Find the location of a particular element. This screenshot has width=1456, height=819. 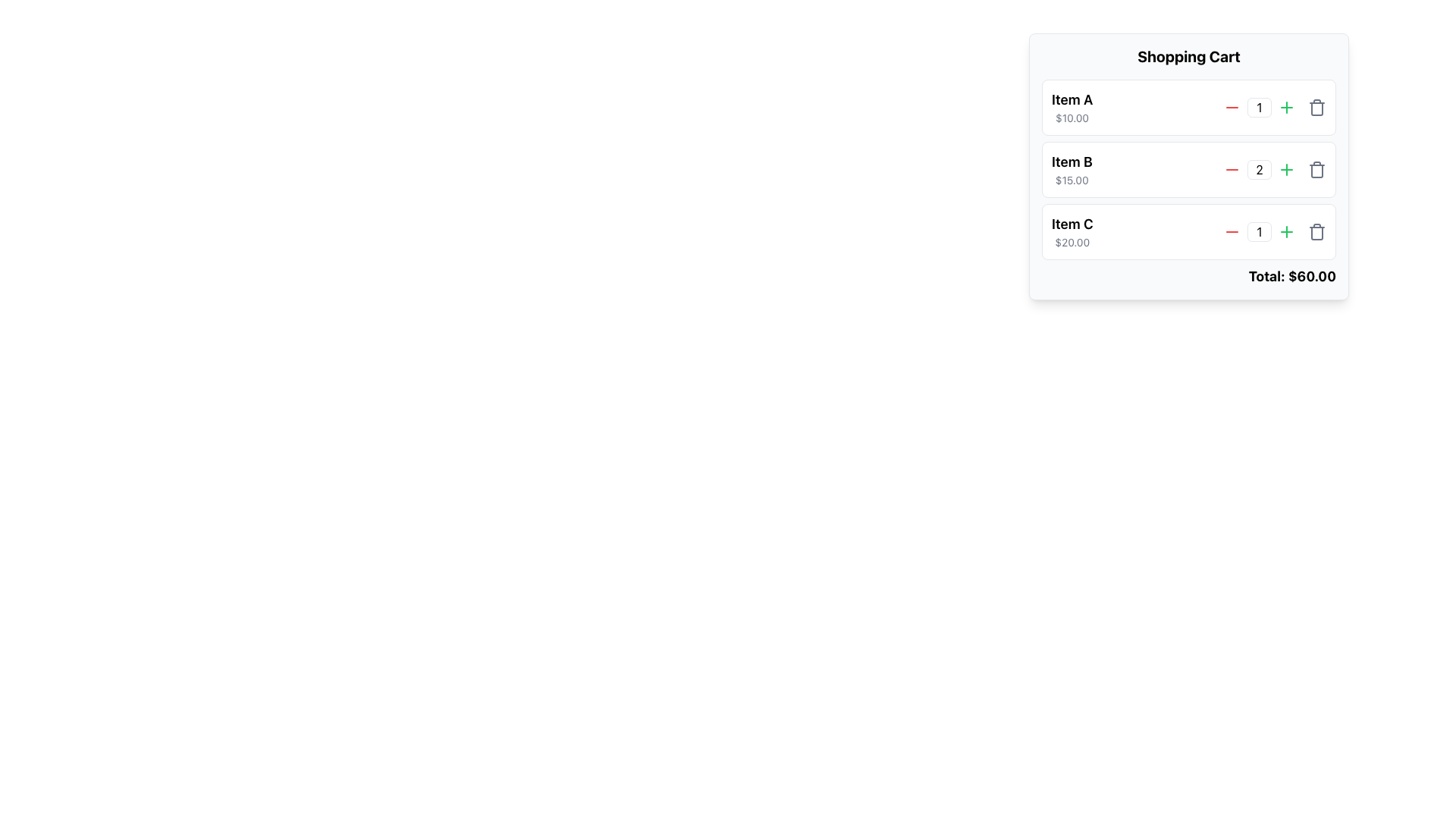

the 'Item C' text label, which is prominently displayed above its sibling price element in the shopping cart interface is located at coordinates (1072, 224).